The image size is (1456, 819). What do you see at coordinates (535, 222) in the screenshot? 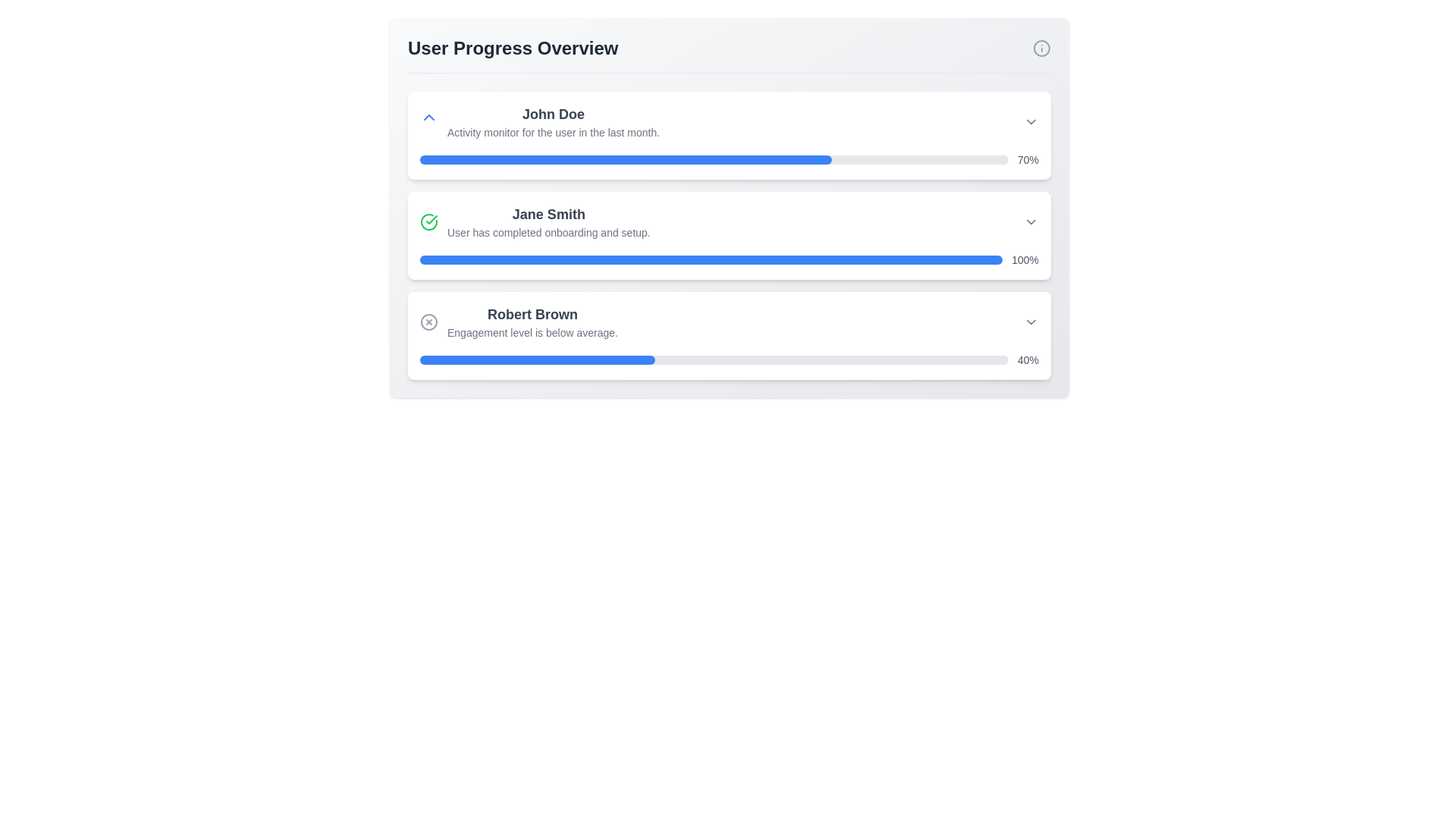
I see `information displayed in the Summary item featuring 'Jane Smith' with a green checkmark icon, indicating completion of onboarding and setup` at bounding box center [535, 222].